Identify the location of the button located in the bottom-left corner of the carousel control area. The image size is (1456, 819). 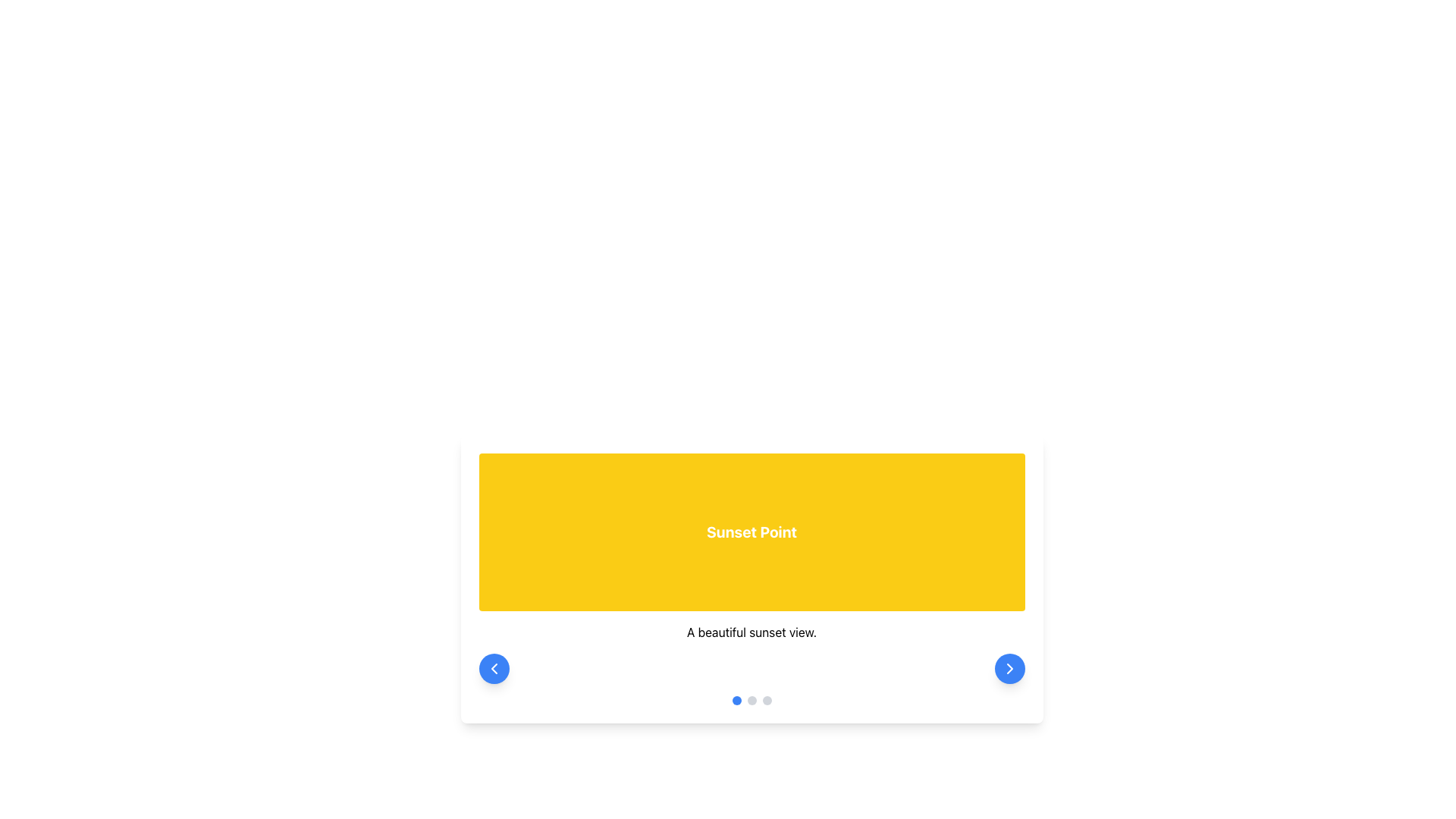
(494, 668).